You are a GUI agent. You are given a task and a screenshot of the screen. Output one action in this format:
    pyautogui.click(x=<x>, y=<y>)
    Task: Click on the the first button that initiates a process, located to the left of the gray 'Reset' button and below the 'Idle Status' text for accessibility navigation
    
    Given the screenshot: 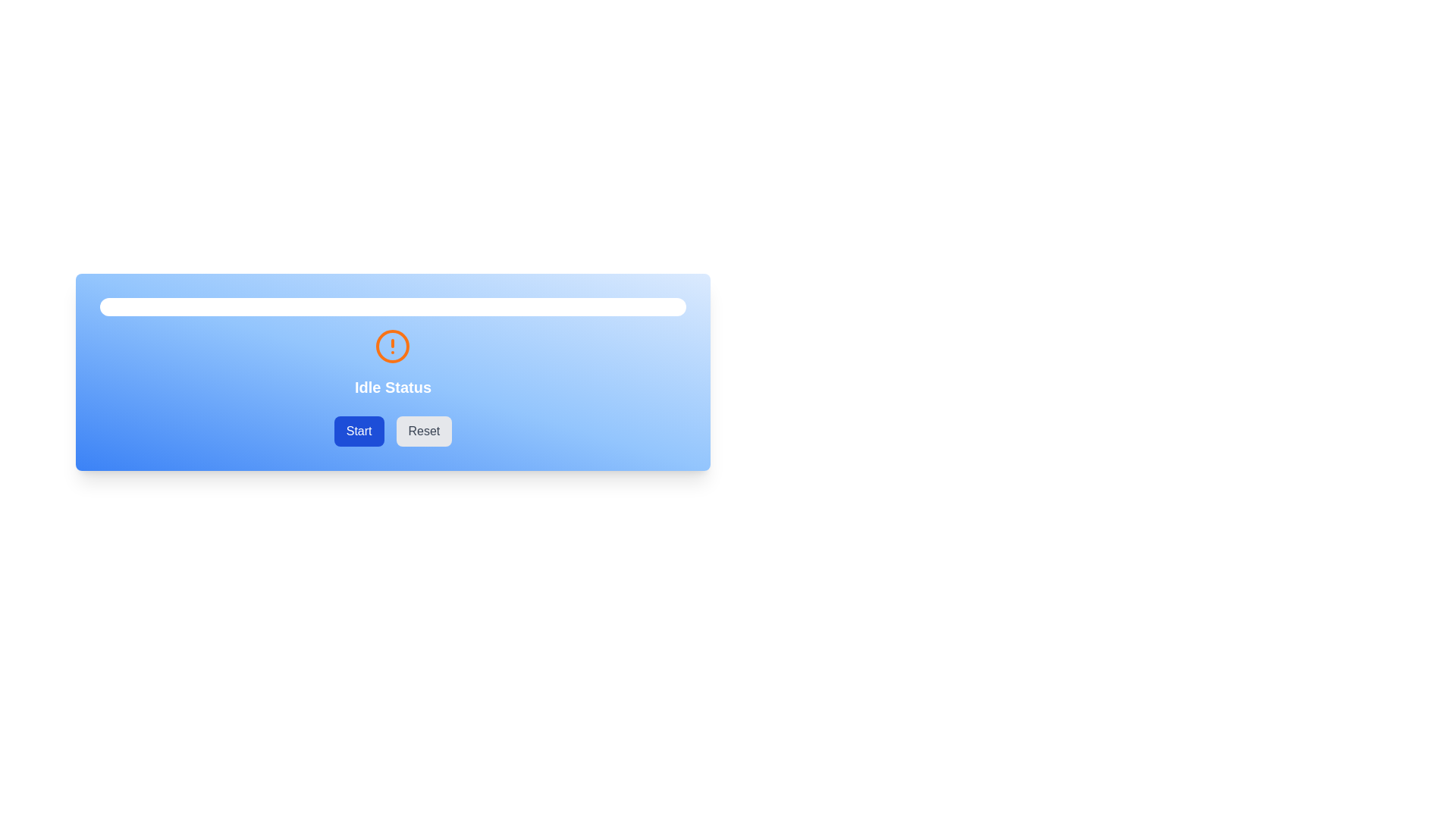 What is the action you would take?
    pyautogui.click(x=358, y=431)
    